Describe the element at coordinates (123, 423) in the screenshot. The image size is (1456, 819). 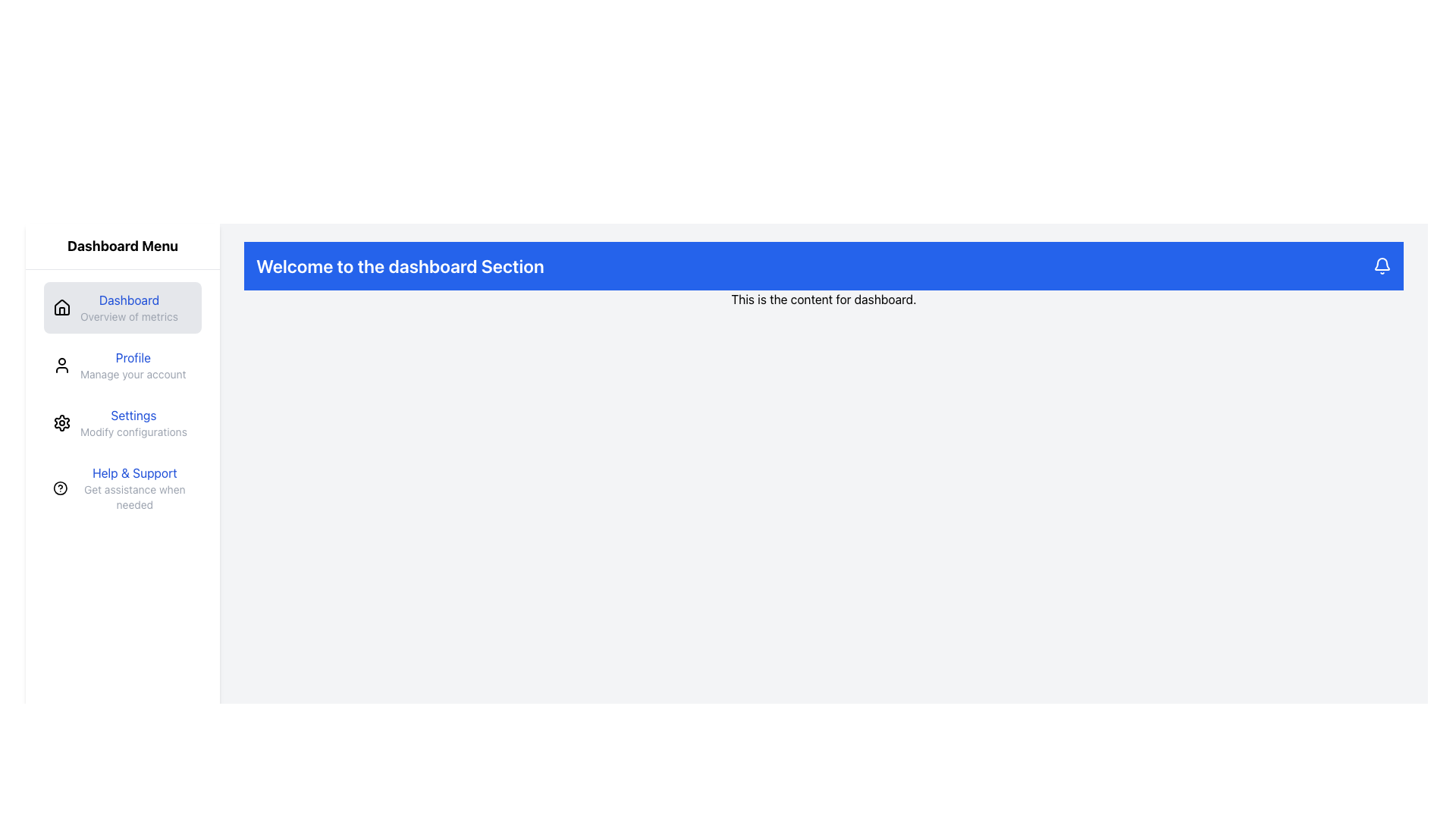
I see `the 'Settings' button in the sidebar menu` at that location.